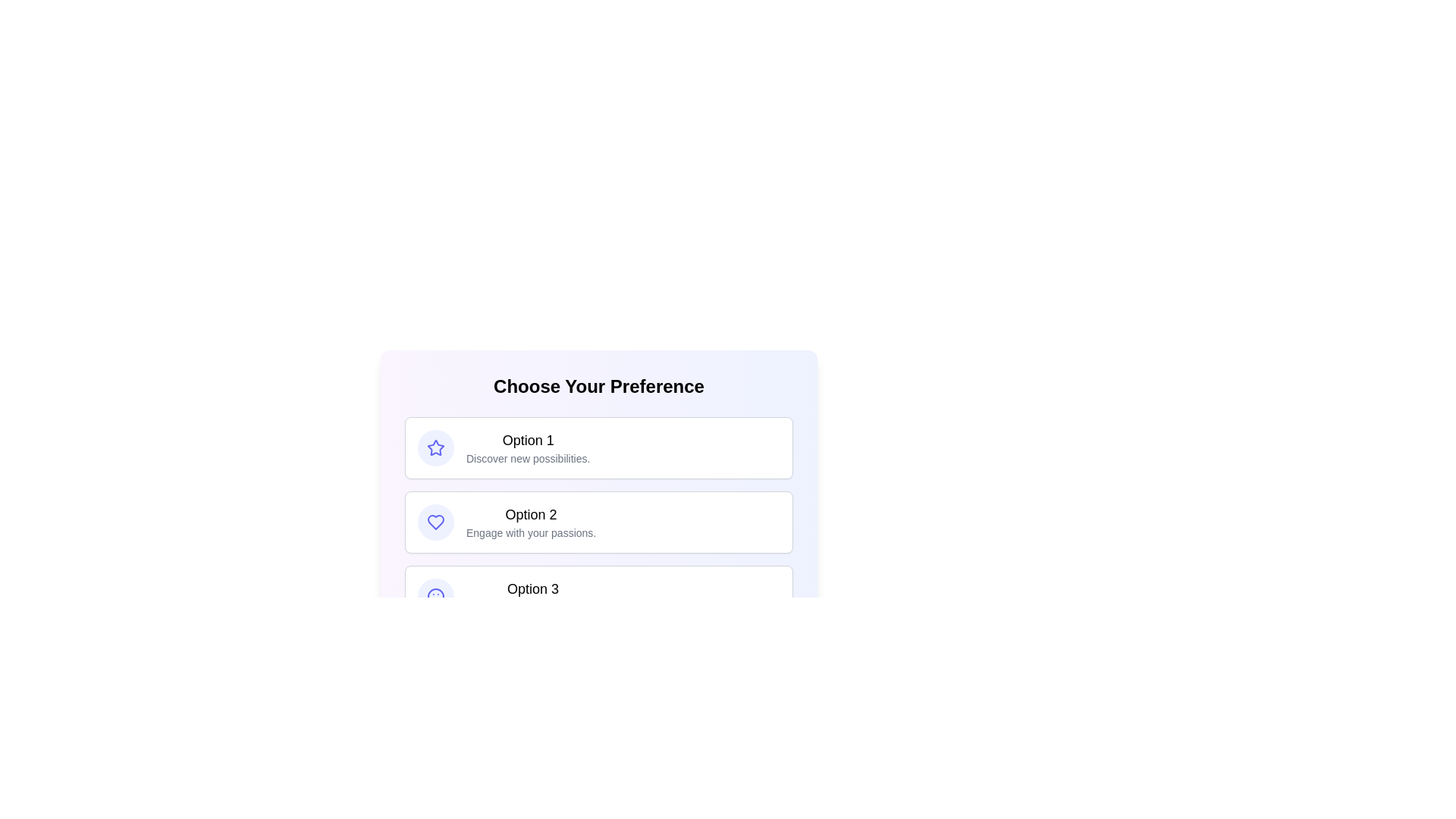 The height and width of the screenshot is (819, 1456). Describe the element at coordinates (435, 447) in the screenshot. I see `the indigo star icon located at the top of the 'Choose Your Preference' vertical list menu, which is distinctively placed within a circular background` at that location.